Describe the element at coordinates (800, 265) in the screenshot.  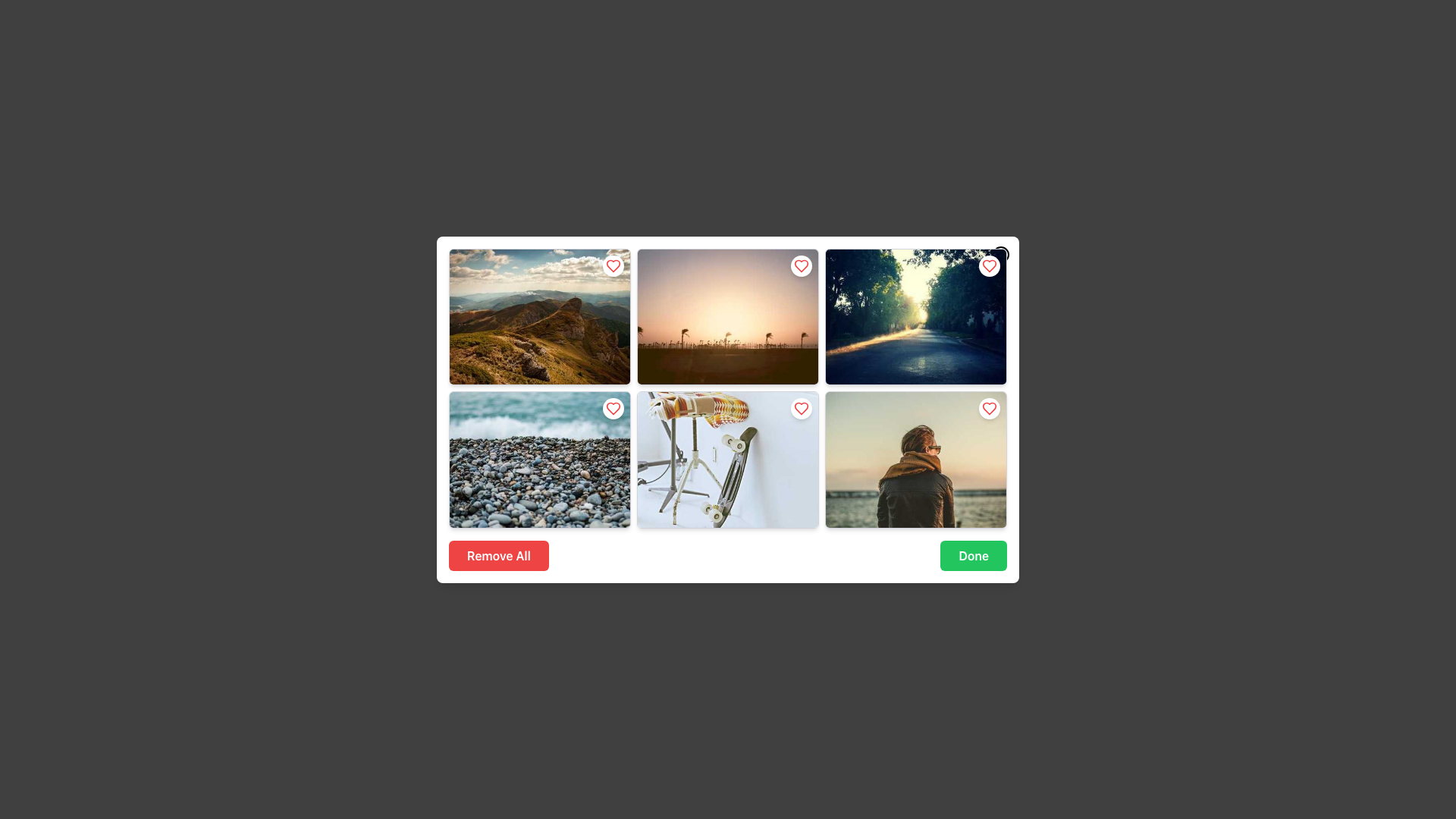
I see `the favorite button located at the top-right corner of the second card in the grid layout` at that location.